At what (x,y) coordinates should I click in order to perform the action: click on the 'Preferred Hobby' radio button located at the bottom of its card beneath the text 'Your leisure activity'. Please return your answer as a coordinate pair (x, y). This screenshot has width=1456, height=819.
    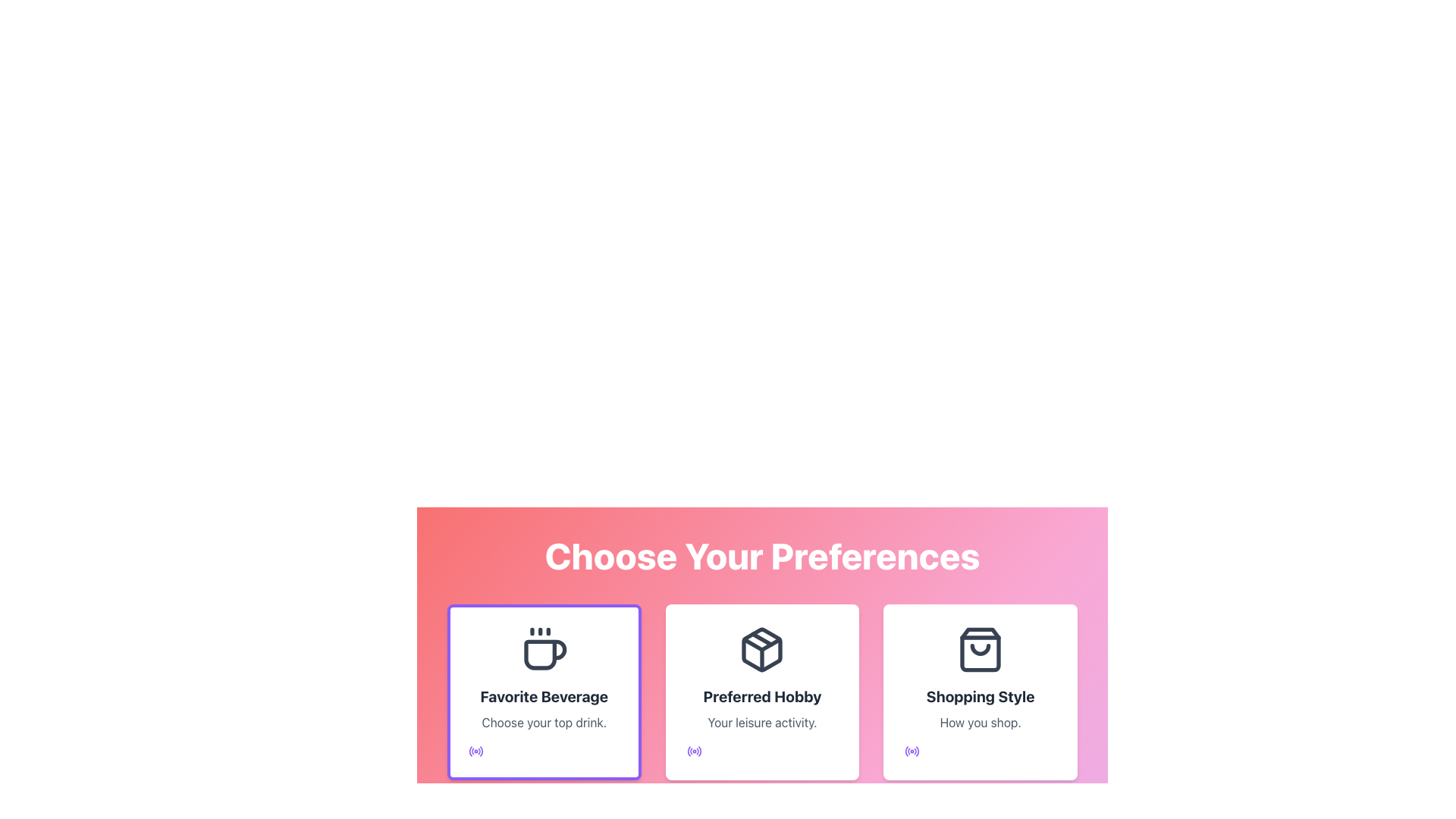
    Looking at the image, I should click on (693, 752).